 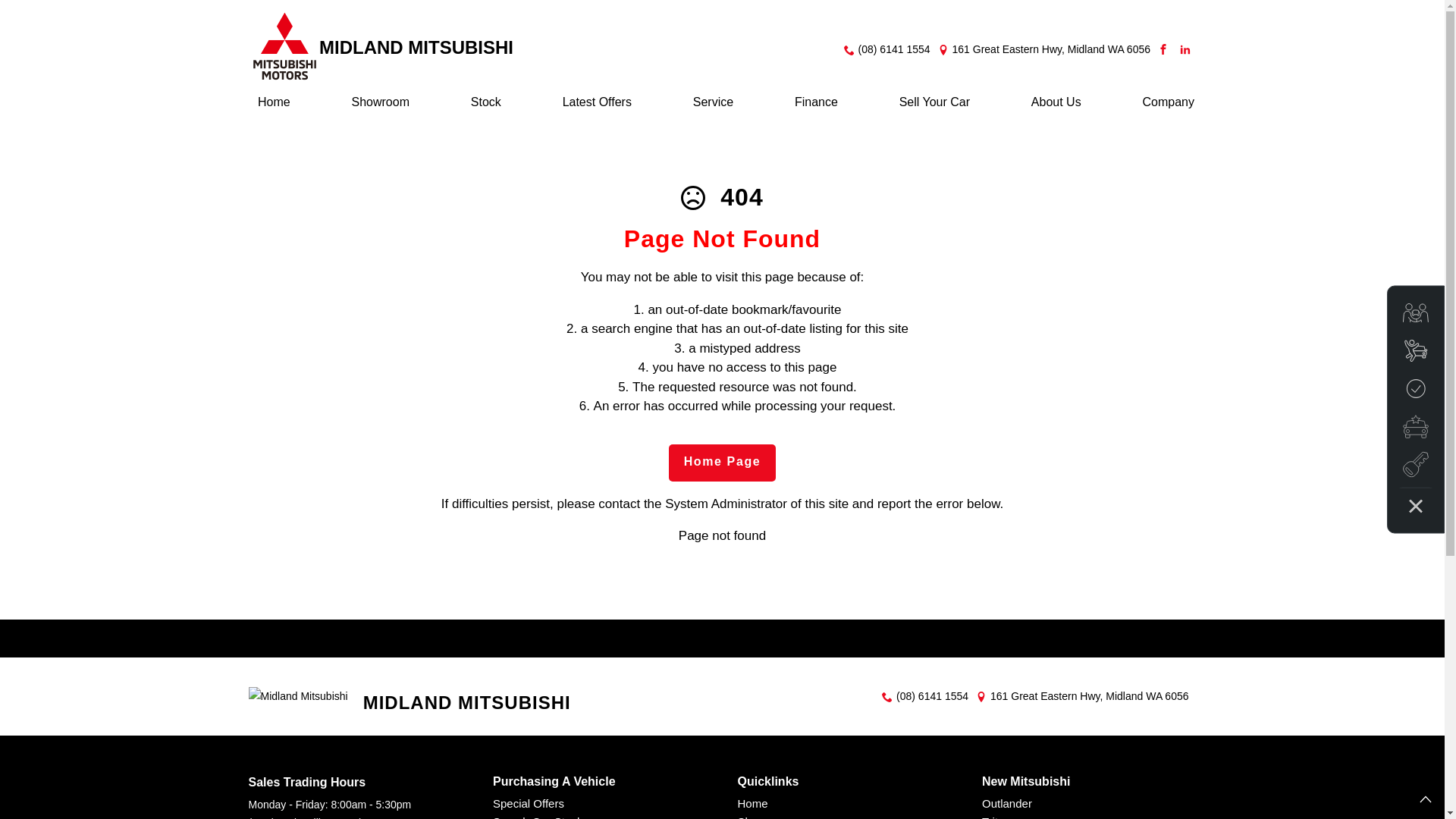 I want to click on 'Service', so click(x=712, y=107).